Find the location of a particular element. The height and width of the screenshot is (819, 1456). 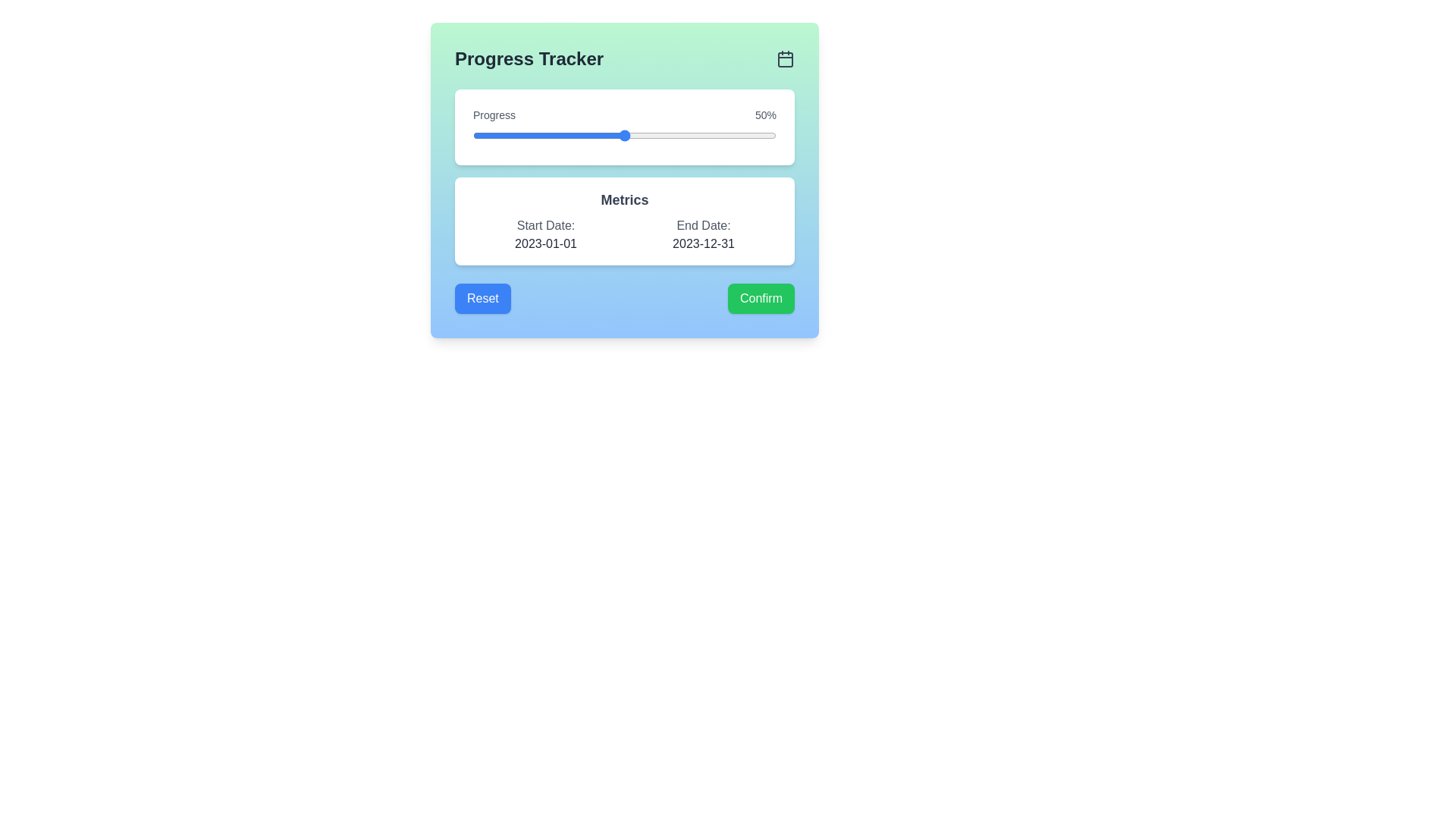

the 'Start Date:' text label that displays '2023-01-01' is located at coordinates (546, 234).